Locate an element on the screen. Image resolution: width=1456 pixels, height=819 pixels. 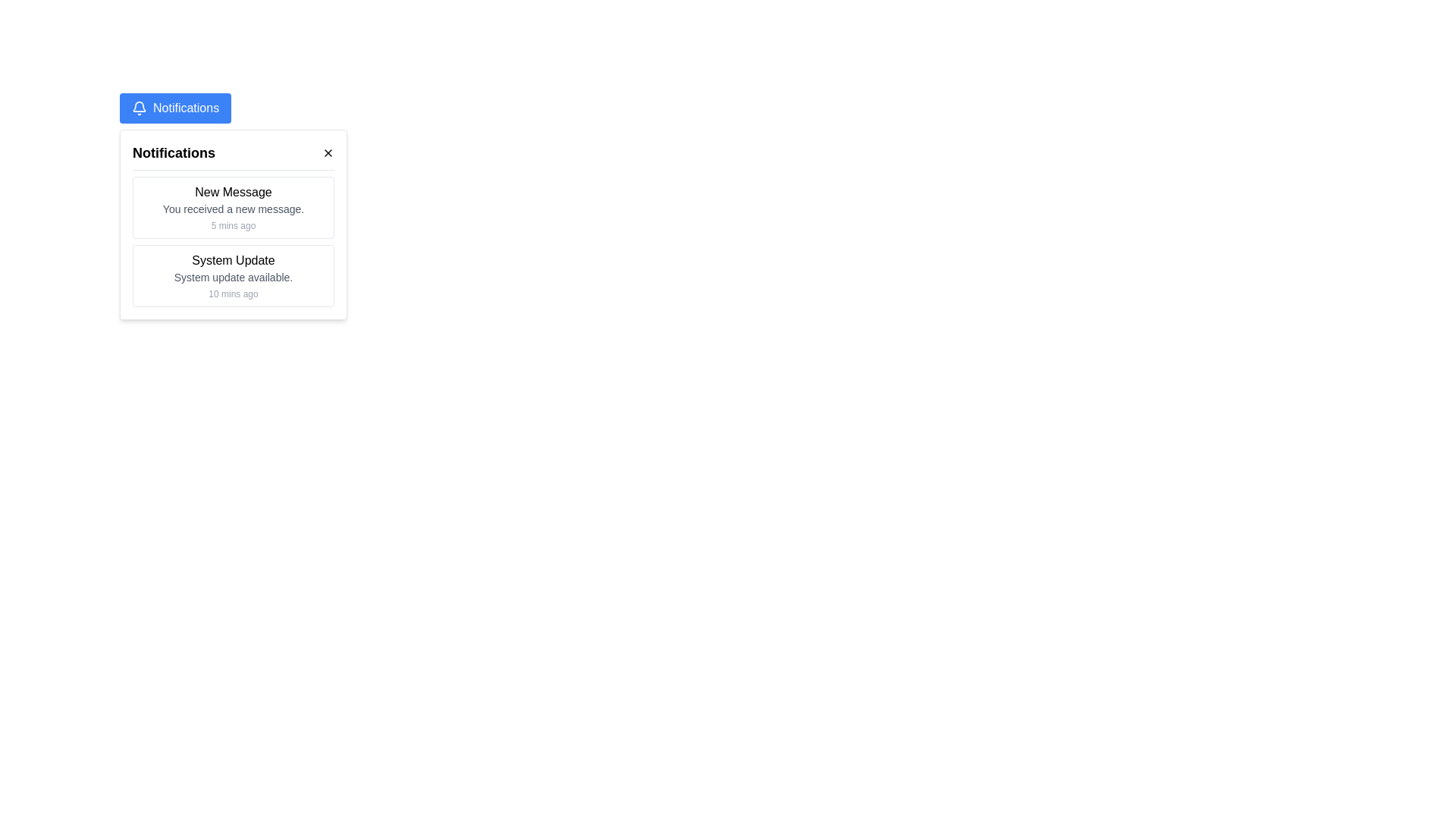
details about the first notification card in the notification dropdown panel, which contains information about a new message received is located at coordinates (232, 207).